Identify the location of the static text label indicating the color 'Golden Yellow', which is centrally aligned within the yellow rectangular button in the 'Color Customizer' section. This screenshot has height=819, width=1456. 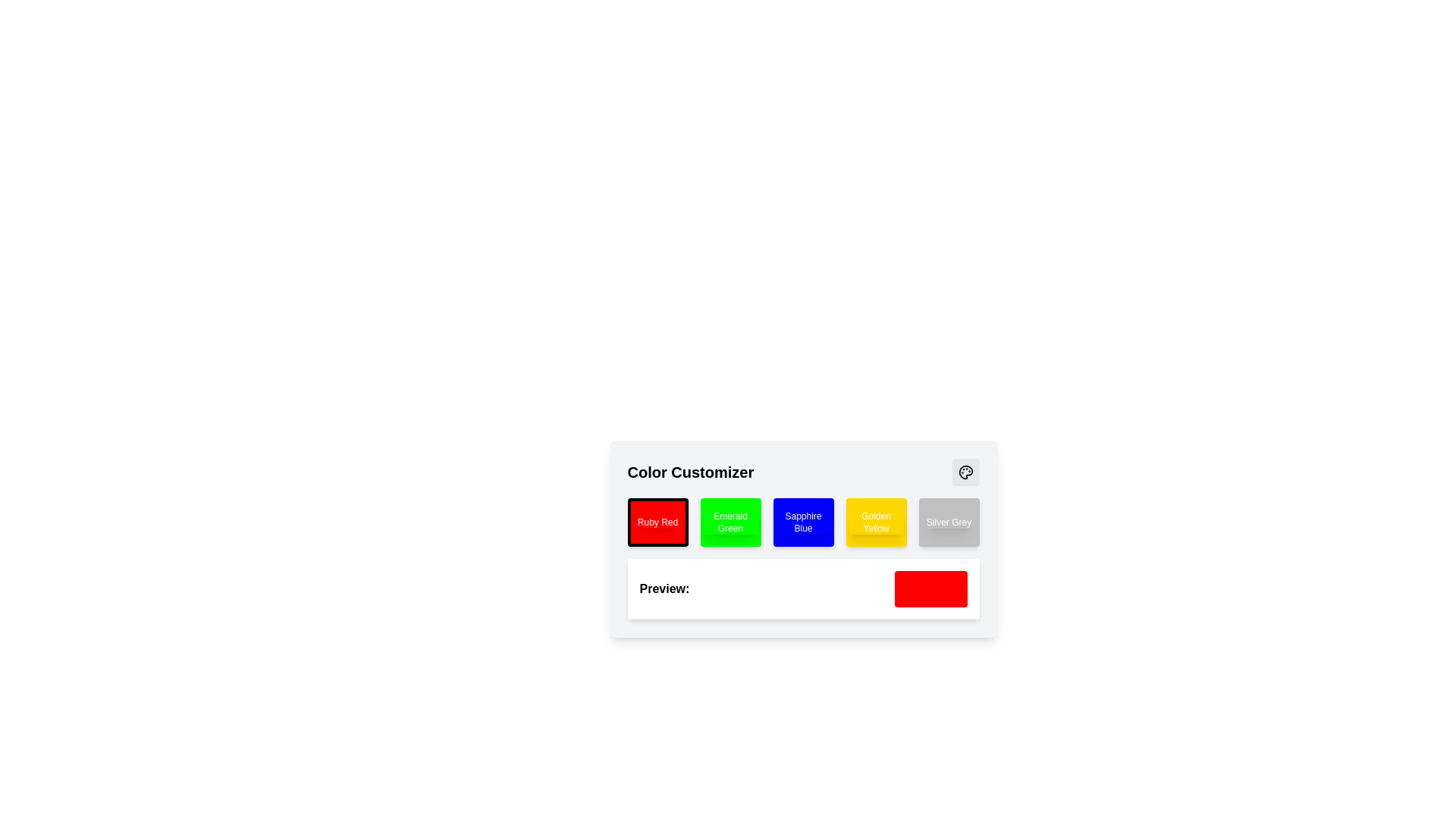
(876, 522).